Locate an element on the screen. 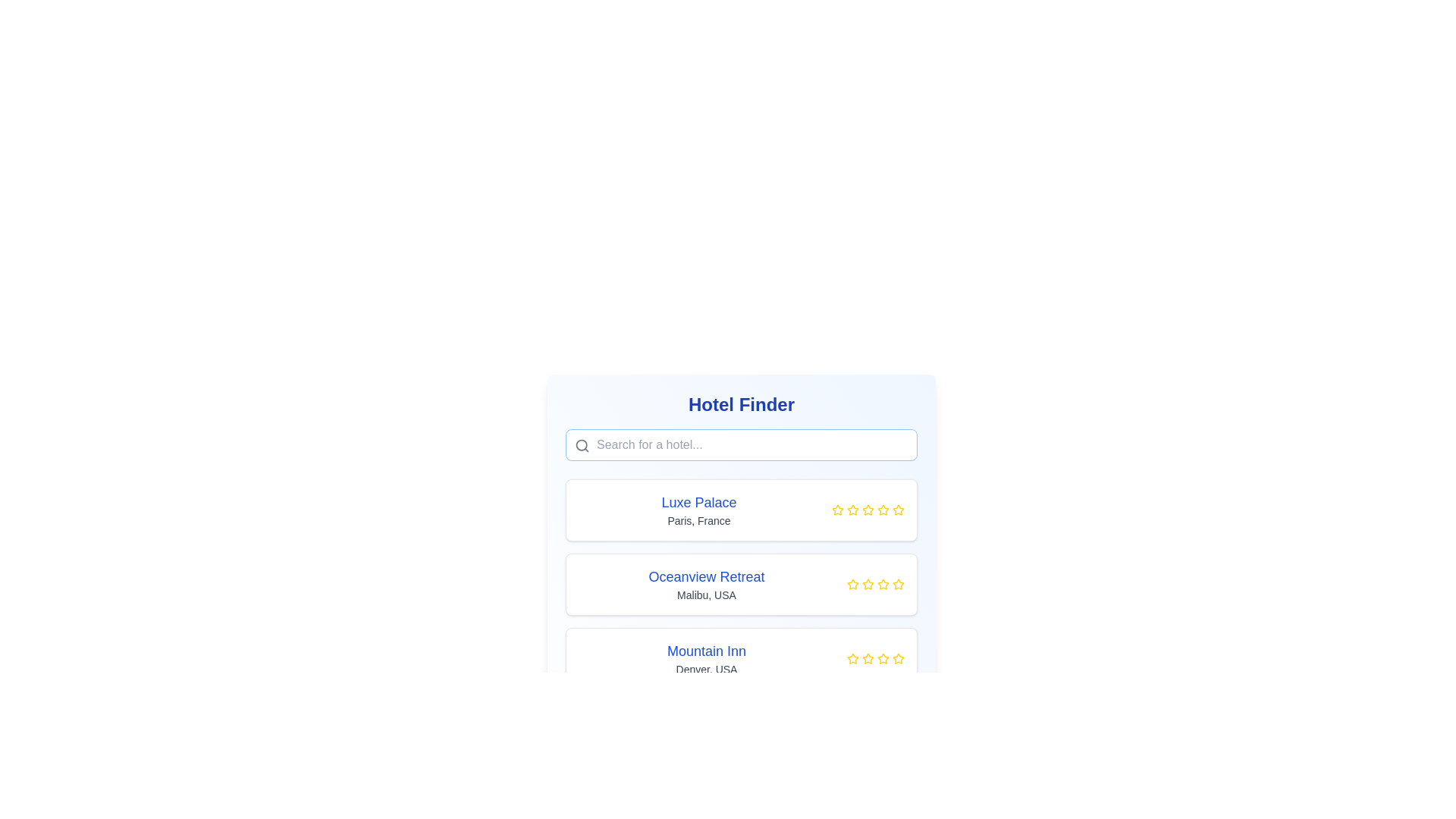 This screenshot has width=1456, height=819. the fifth star icon in the rating system to indicate a rating for 'Oceanview Retreat, Malibu, USA' is located at coordinates (883, 584).